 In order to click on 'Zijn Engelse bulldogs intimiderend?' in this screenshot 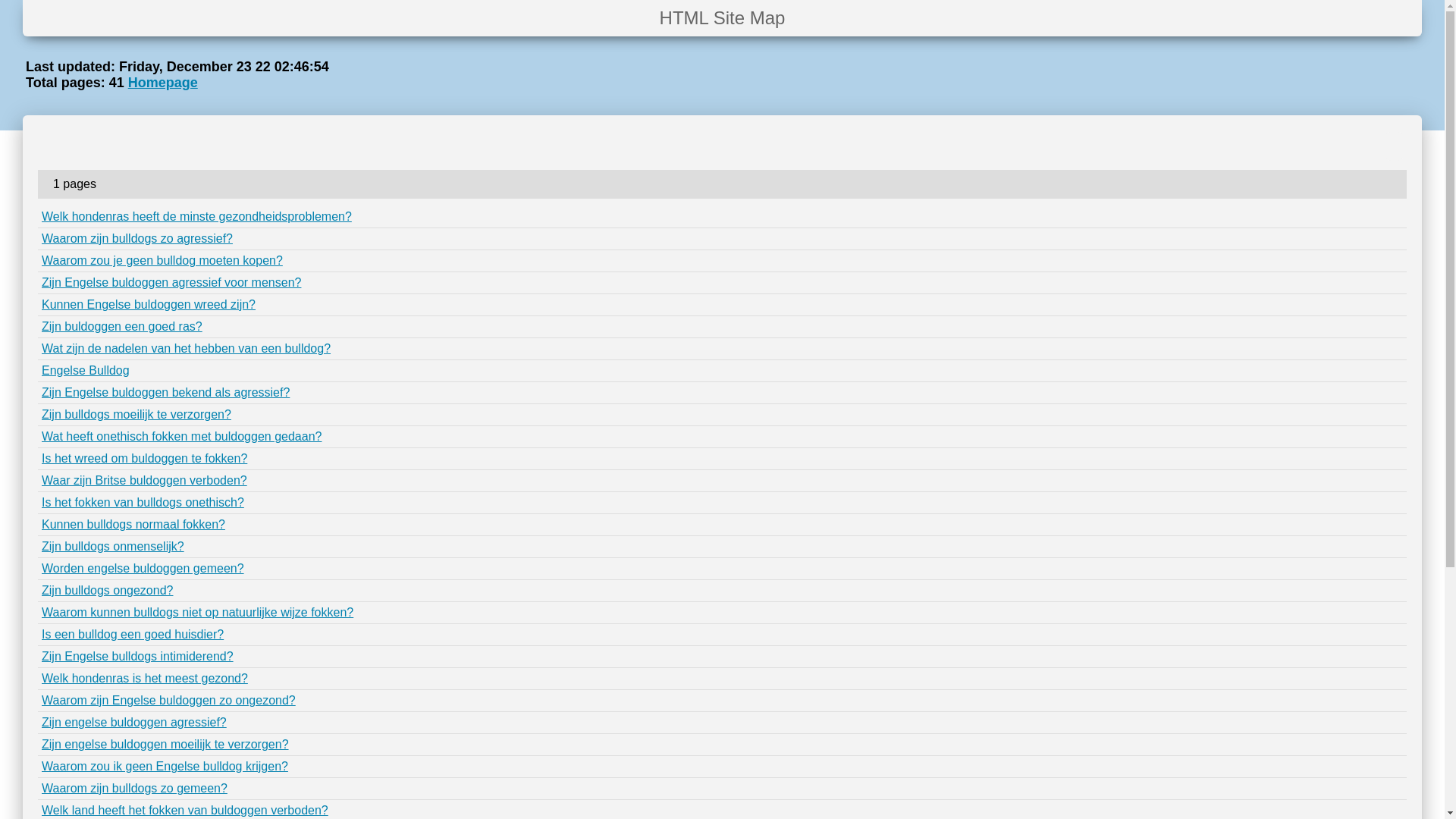, I will do `click(137, 655)`.